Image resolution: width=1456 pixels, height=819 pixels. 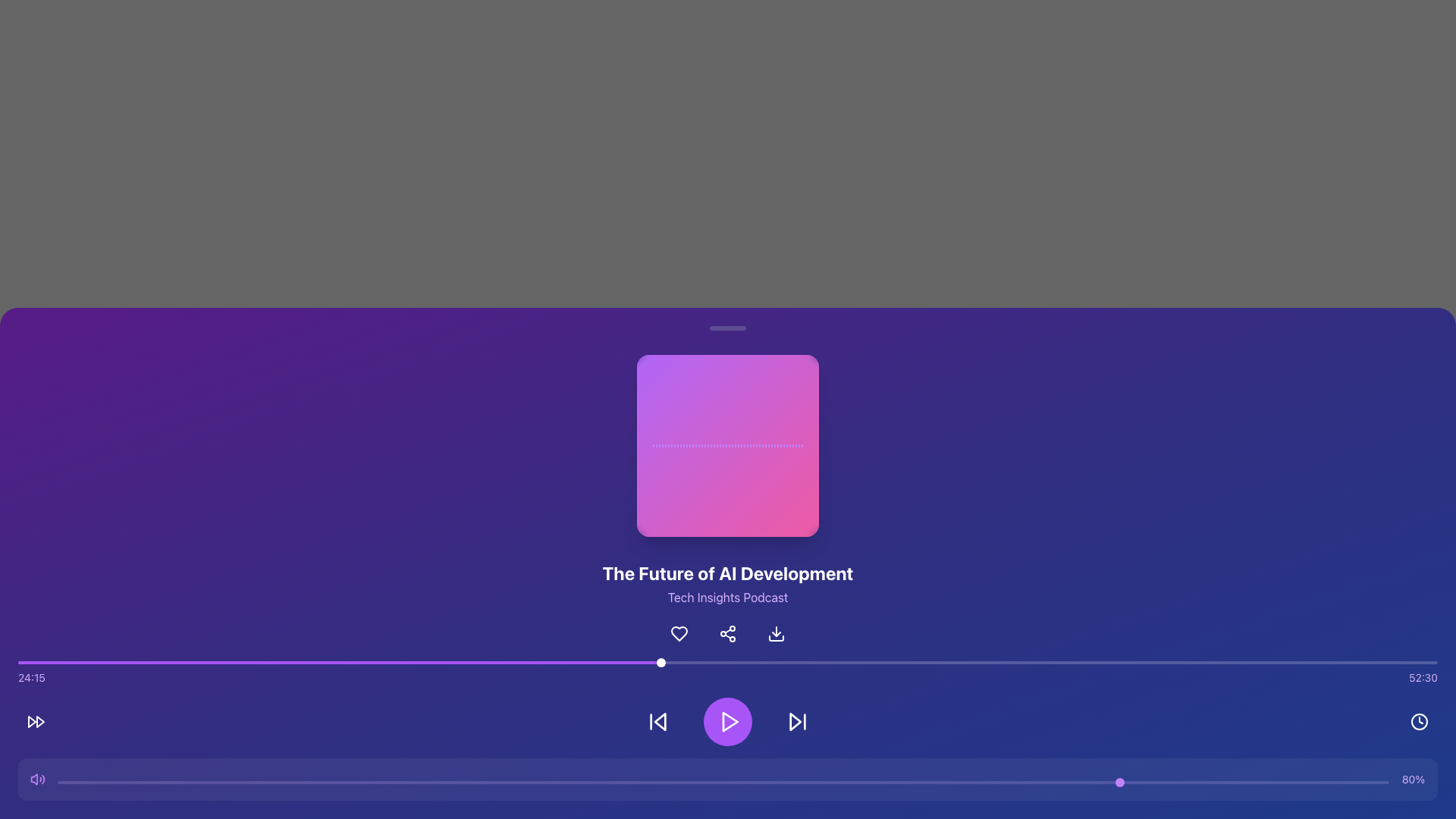 I want to click on the slider value, so click(x=1162, y=783).